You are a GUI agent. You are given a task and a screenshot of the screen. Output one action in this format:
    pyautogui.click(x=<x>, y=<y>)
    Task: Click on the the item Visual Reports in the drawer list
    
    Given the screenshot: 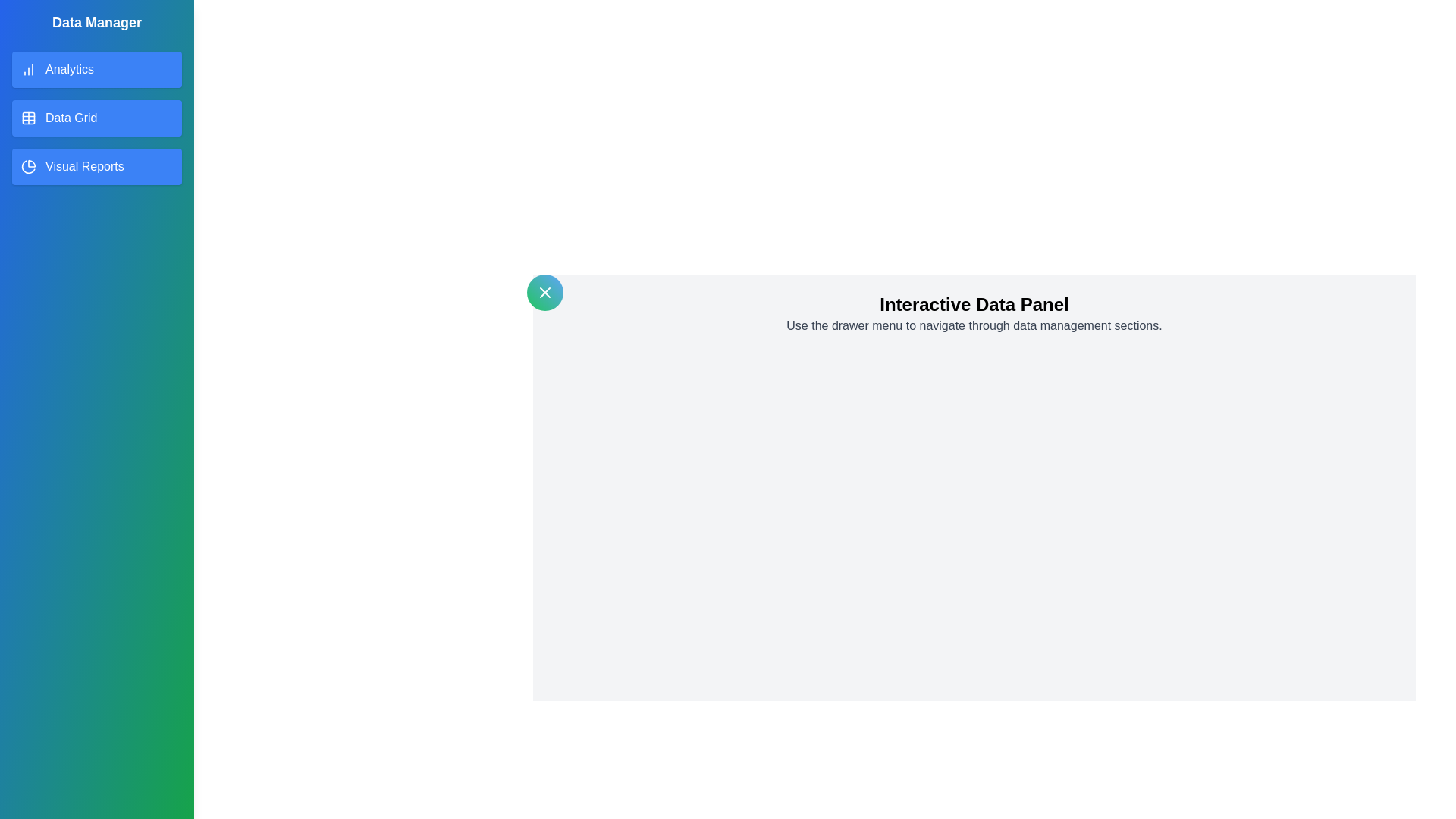 What is the action you would take?
    pyautogui.click(x=96, y=166)
    